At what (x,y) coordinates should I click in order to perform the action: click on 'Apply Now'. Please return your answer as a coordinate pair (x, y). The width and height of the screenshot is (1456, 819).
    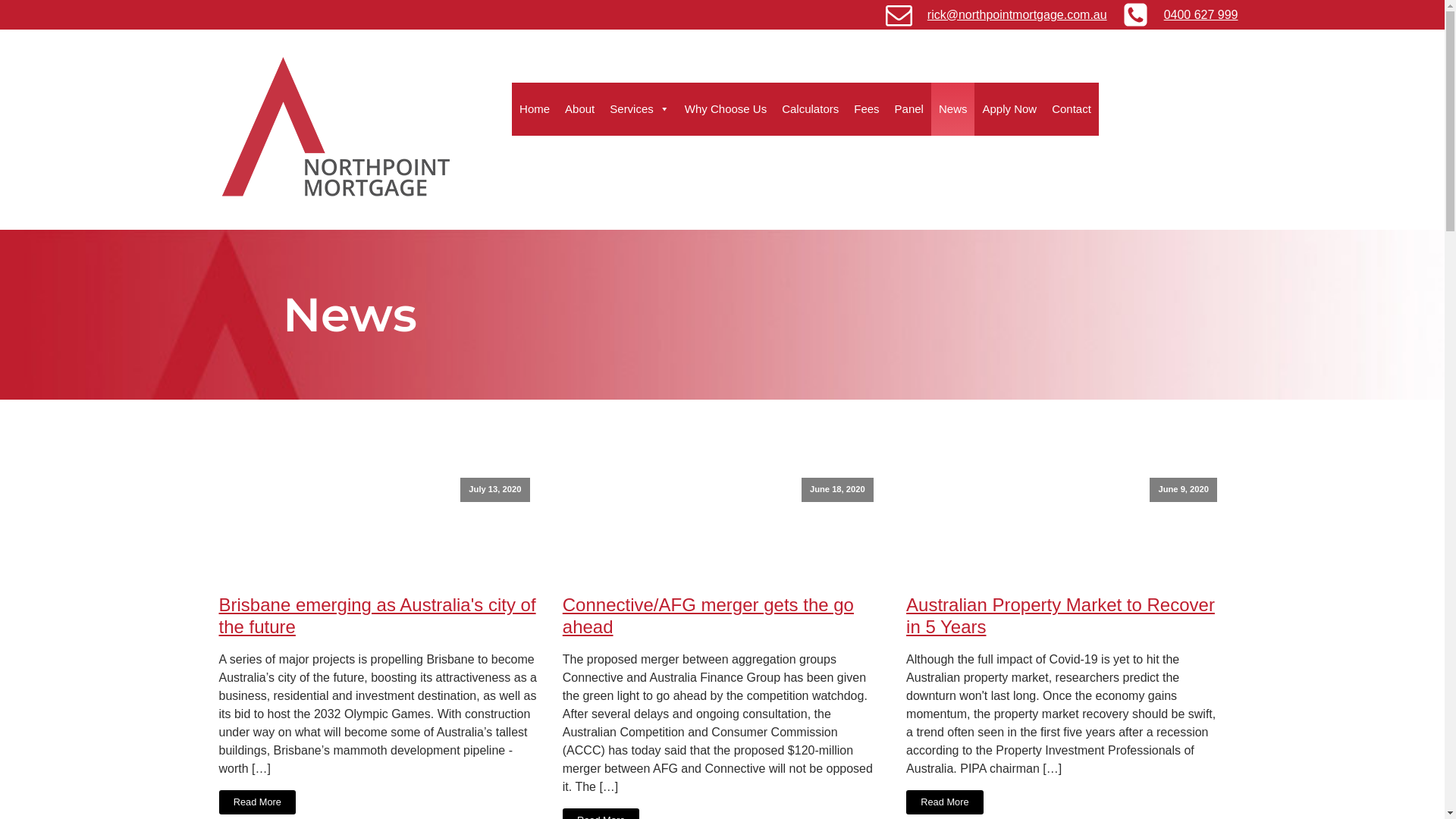
    Looking at the image, I should click on (1009, 108).